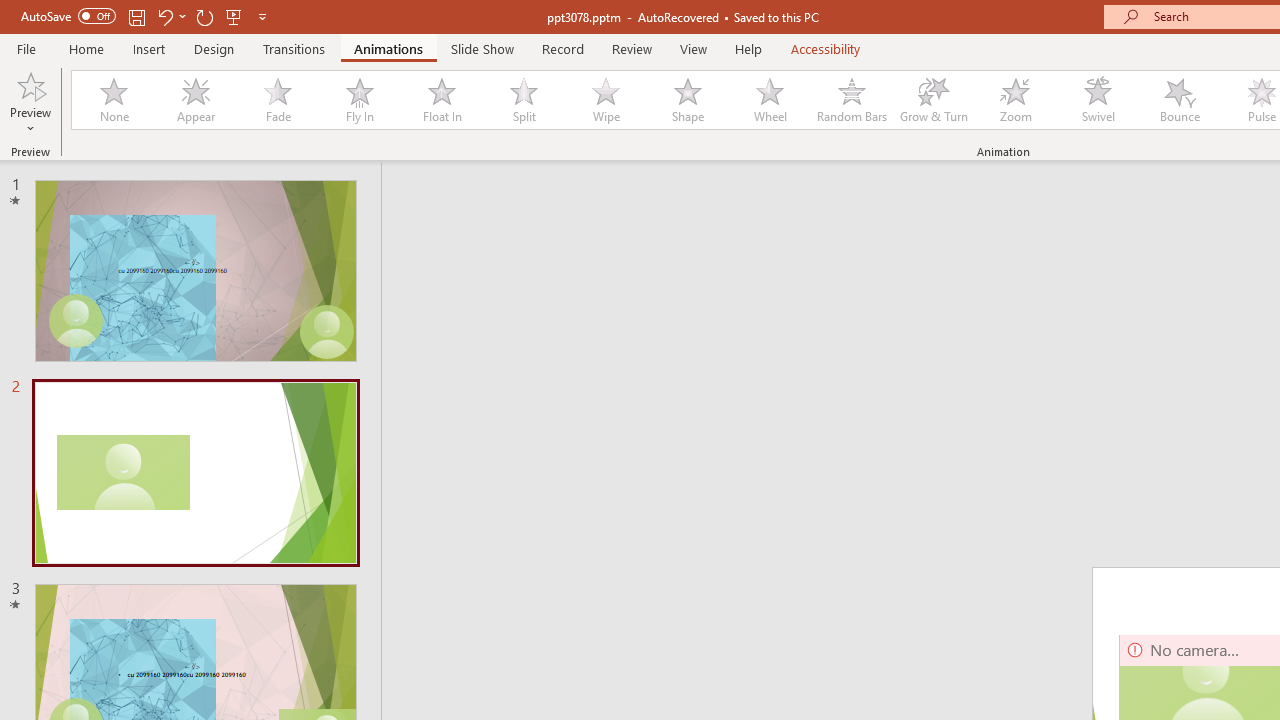  Describe the element at coordinates (933, 100) in the screenshot. I see `'Grow & Turn'` at that location.